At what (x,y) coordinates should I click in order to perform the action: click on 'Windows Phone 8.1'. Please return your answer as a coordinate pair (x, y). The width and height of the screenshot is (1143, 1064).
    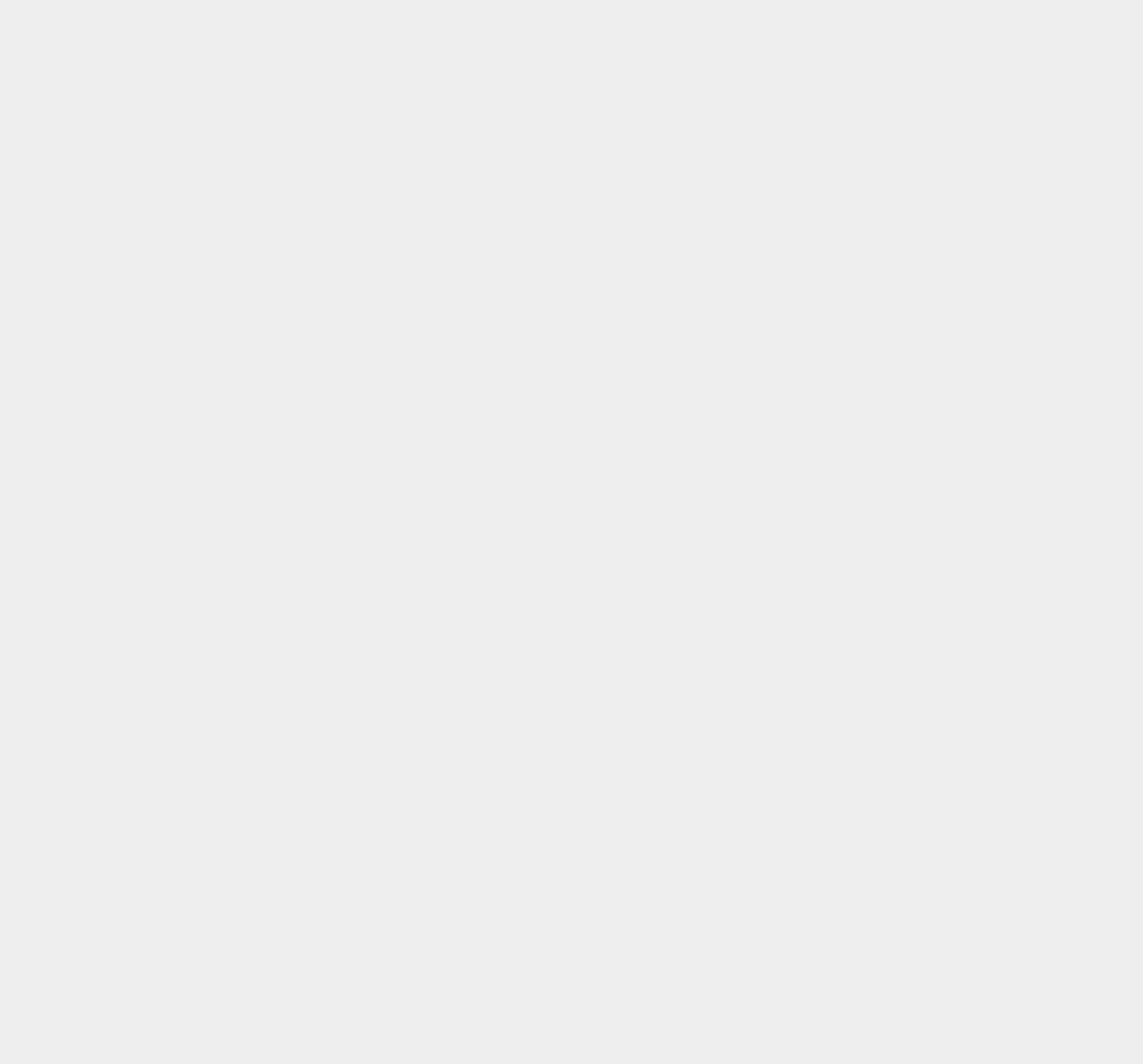
    Looking at the image, I should click on (807, 984).